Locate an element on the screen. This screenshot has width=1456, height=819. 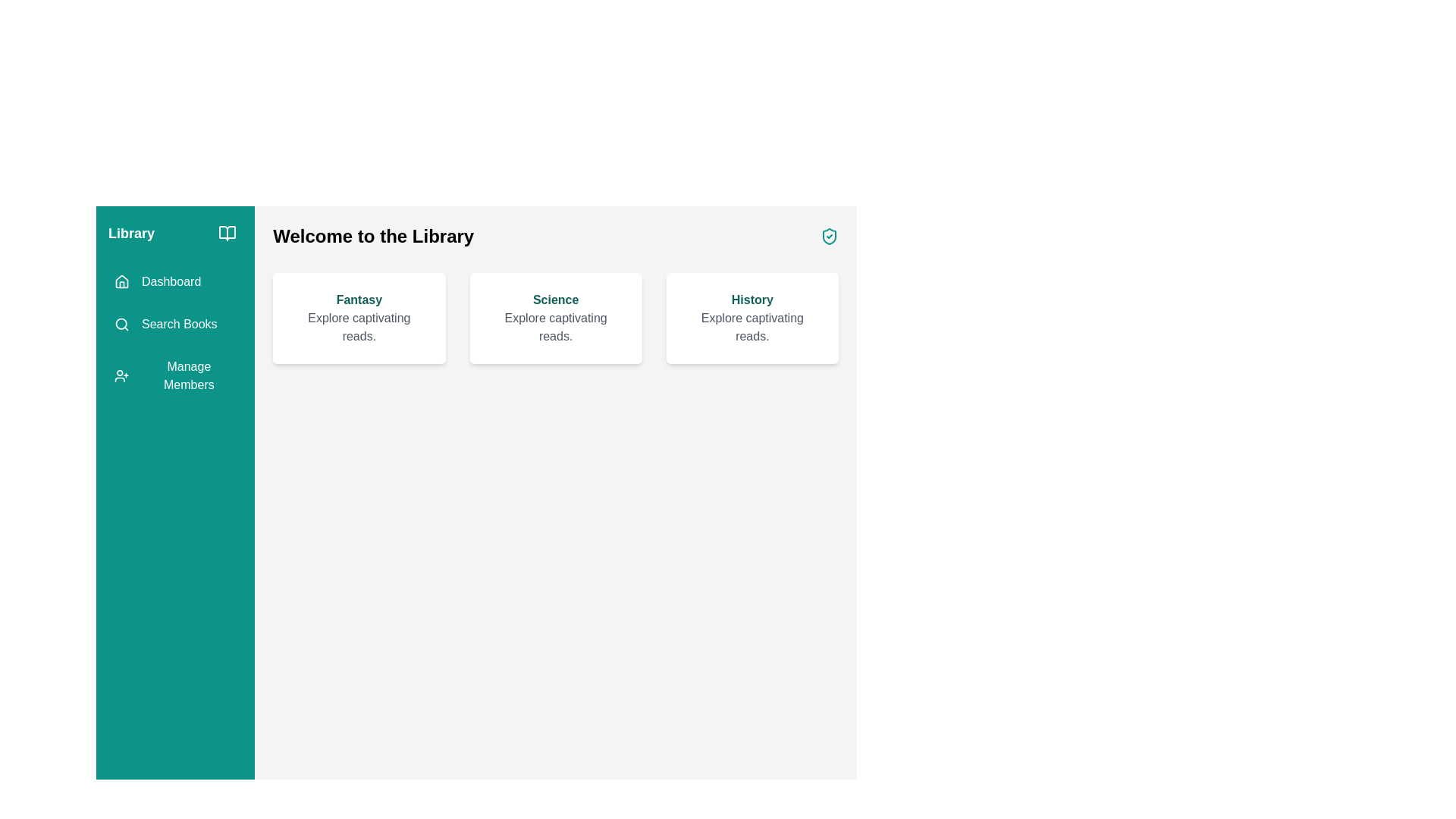
the 'Manage Members' icon is located at coordinates (121, 375).